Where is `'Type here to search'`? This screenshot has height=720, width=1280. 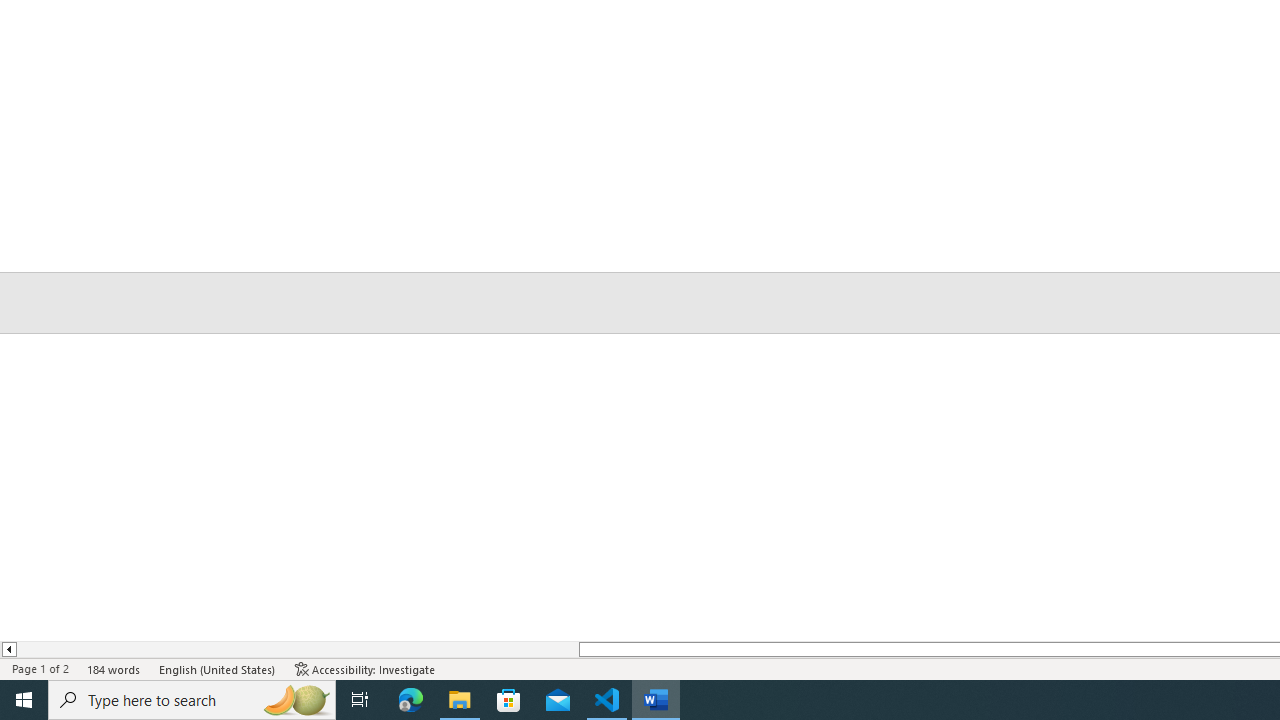
'Type here to search' is located at coordinates (192, 698).